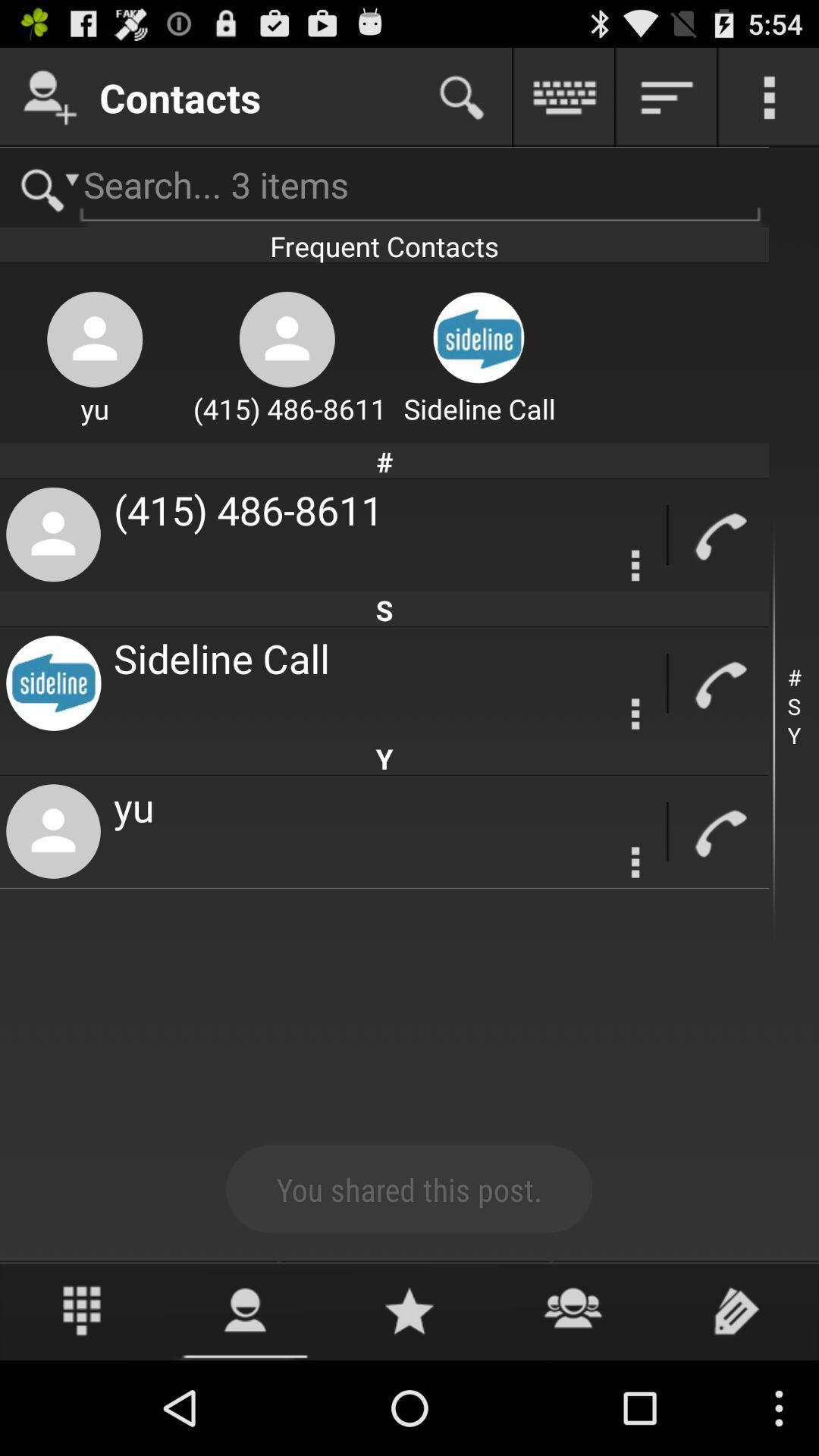 The width and height of the screenshot is (819, 1456). I want to click on search page, so click(461, 96).